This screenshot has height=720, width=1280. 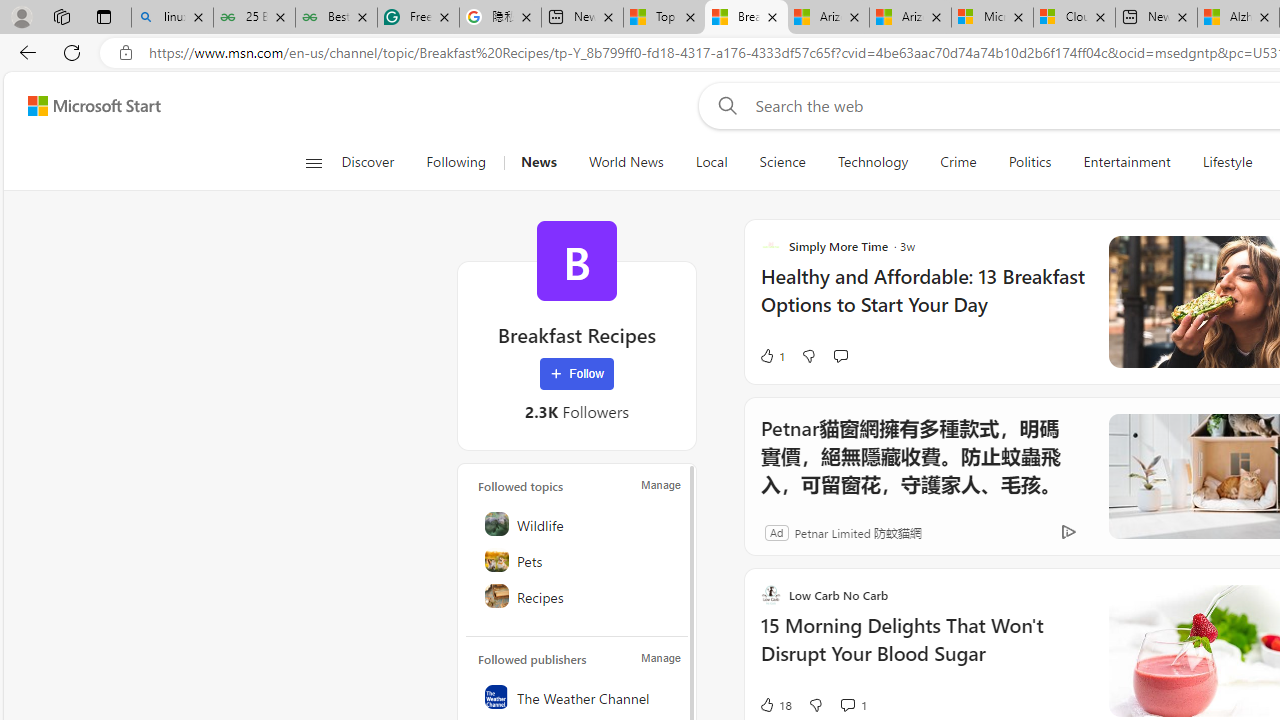 I want to click on 'World News', so click(x=624, y=162).